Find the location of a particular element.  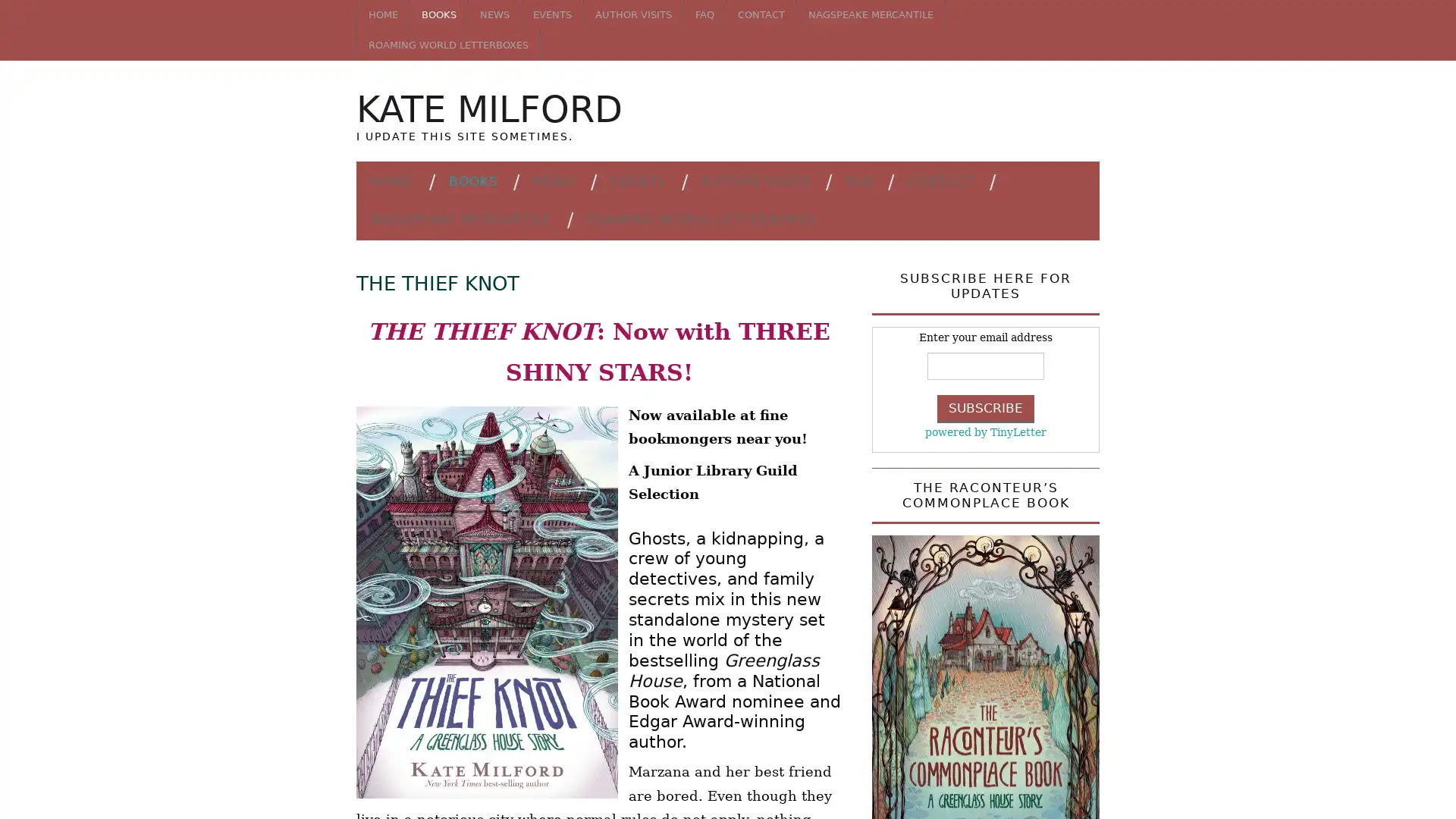

Subscribe is located at coordinates (986, 407).